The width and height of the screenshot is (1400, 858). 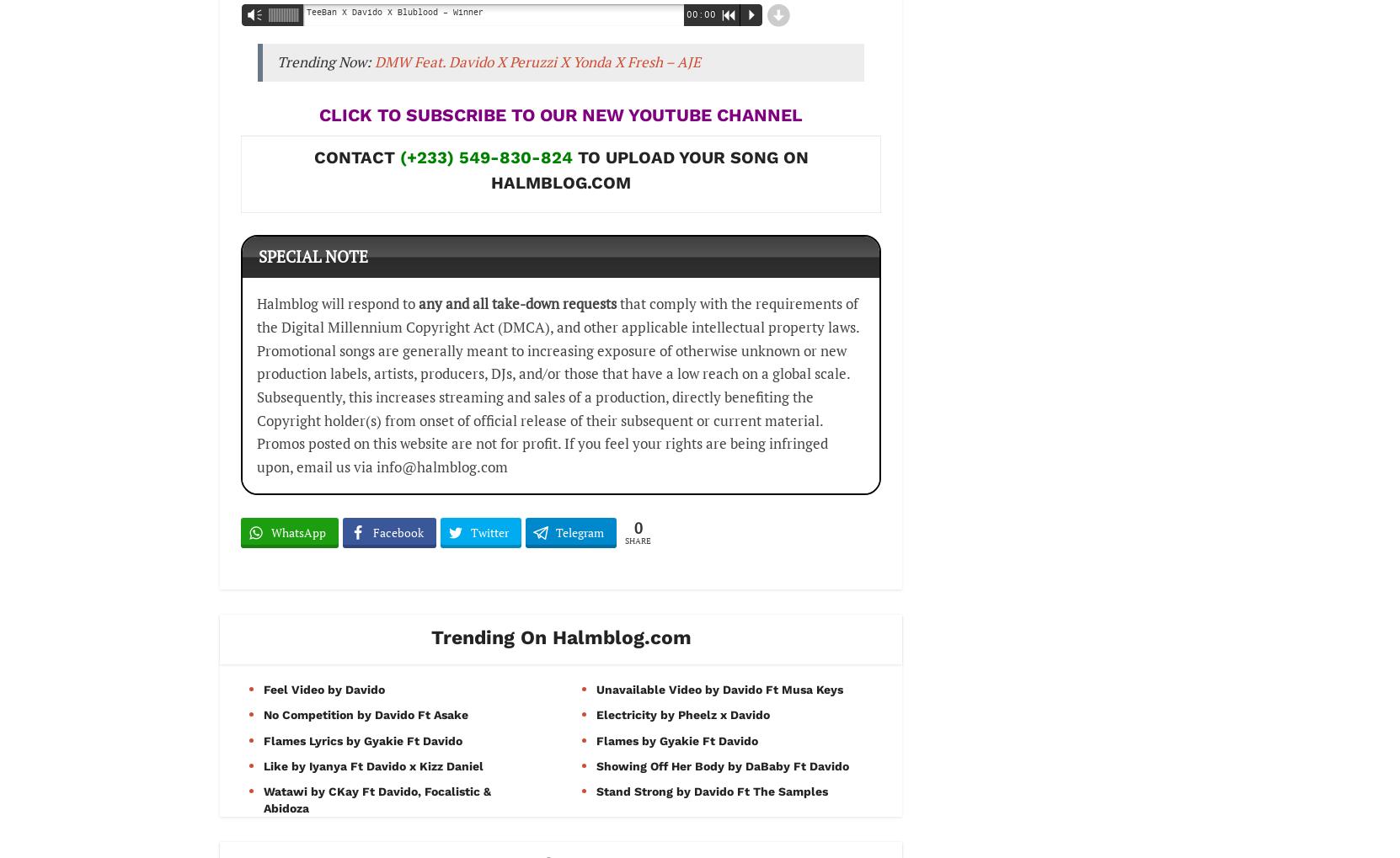 What do you see at coordinates (254, 13) in the screenshot?
I see `'Vm'` at bounding box center [254, 13].